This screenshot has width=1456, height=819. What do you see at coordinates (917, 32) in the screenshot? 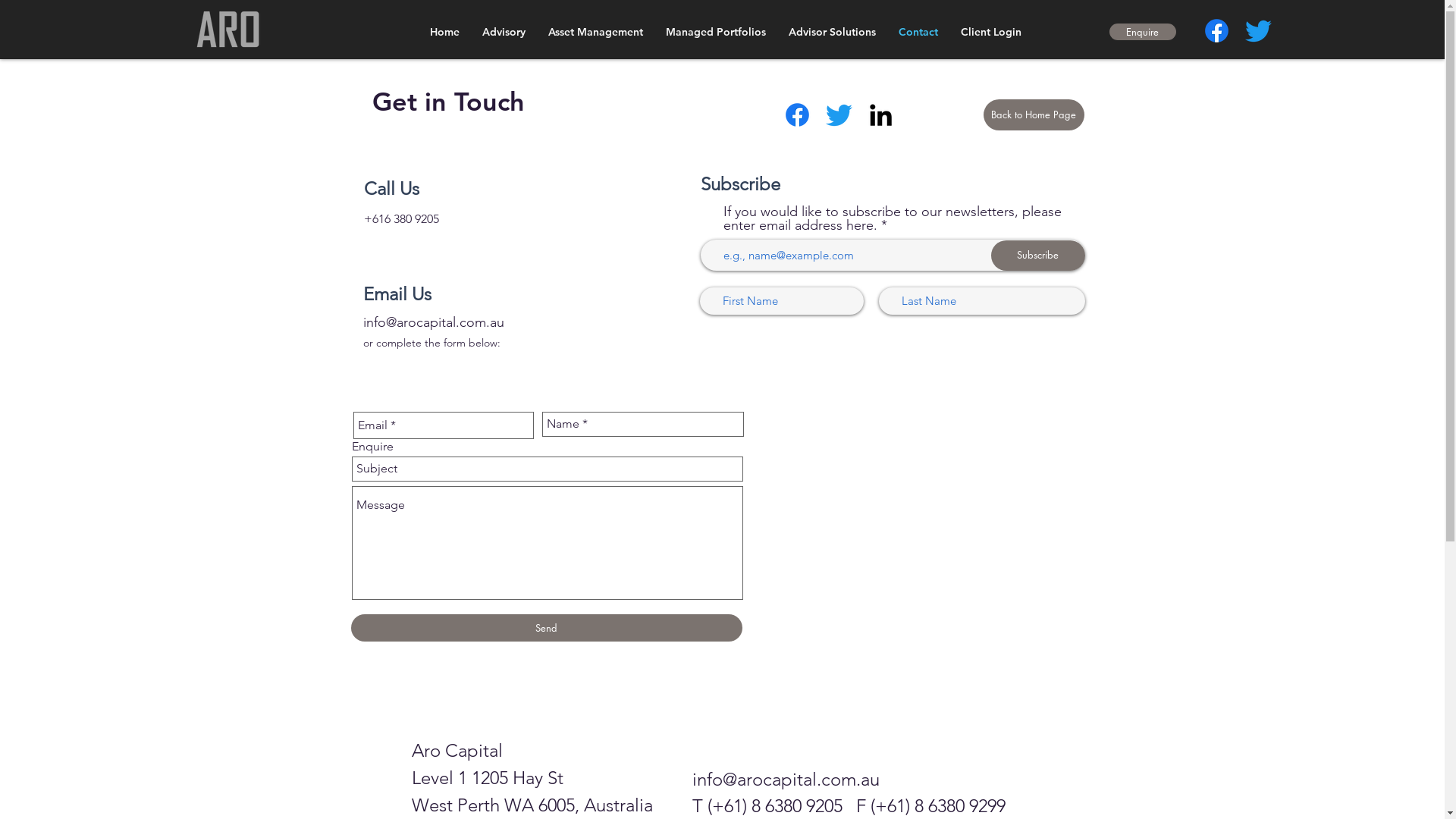
I see `'Contact'` at bounding box center [917, 32].